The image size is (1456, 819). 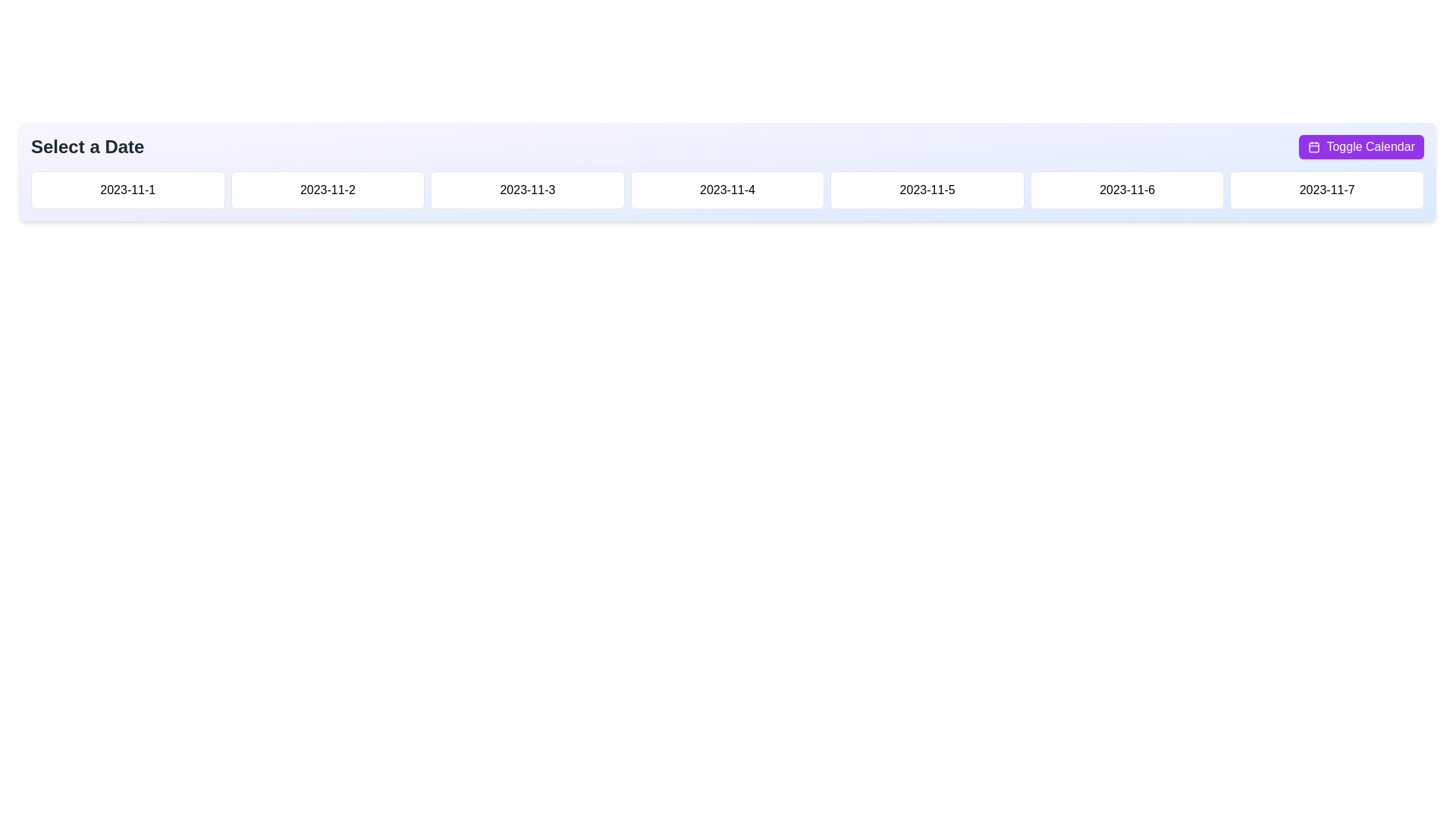 I want to click on the button displaying the date '2023-11-7', so click(x=1326, y=189).